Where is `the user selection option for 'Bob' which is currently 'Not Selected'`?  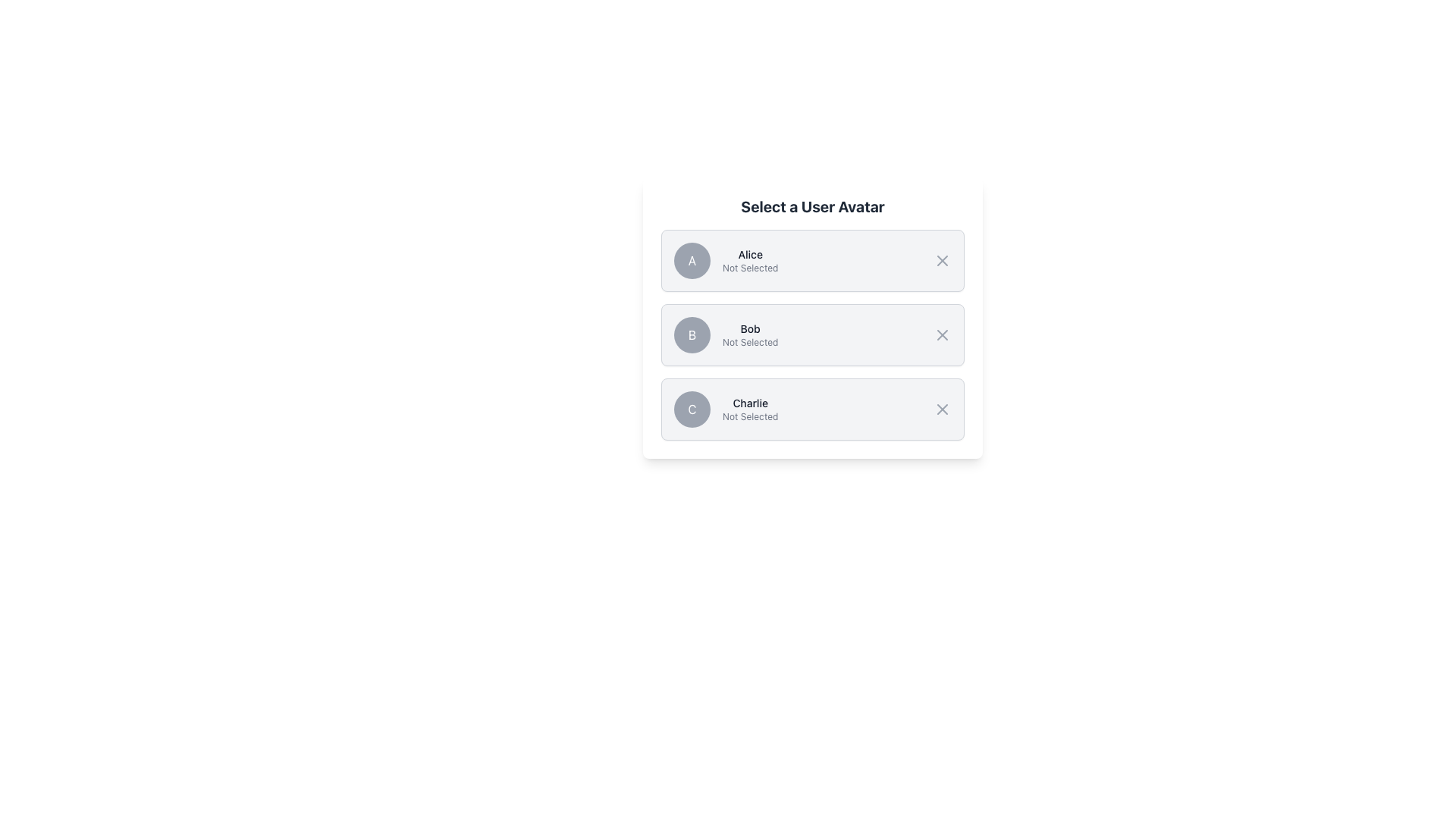
the user selection option for 'Bob' which is currently 'Not Selected' is located at coordinates (750, 334).